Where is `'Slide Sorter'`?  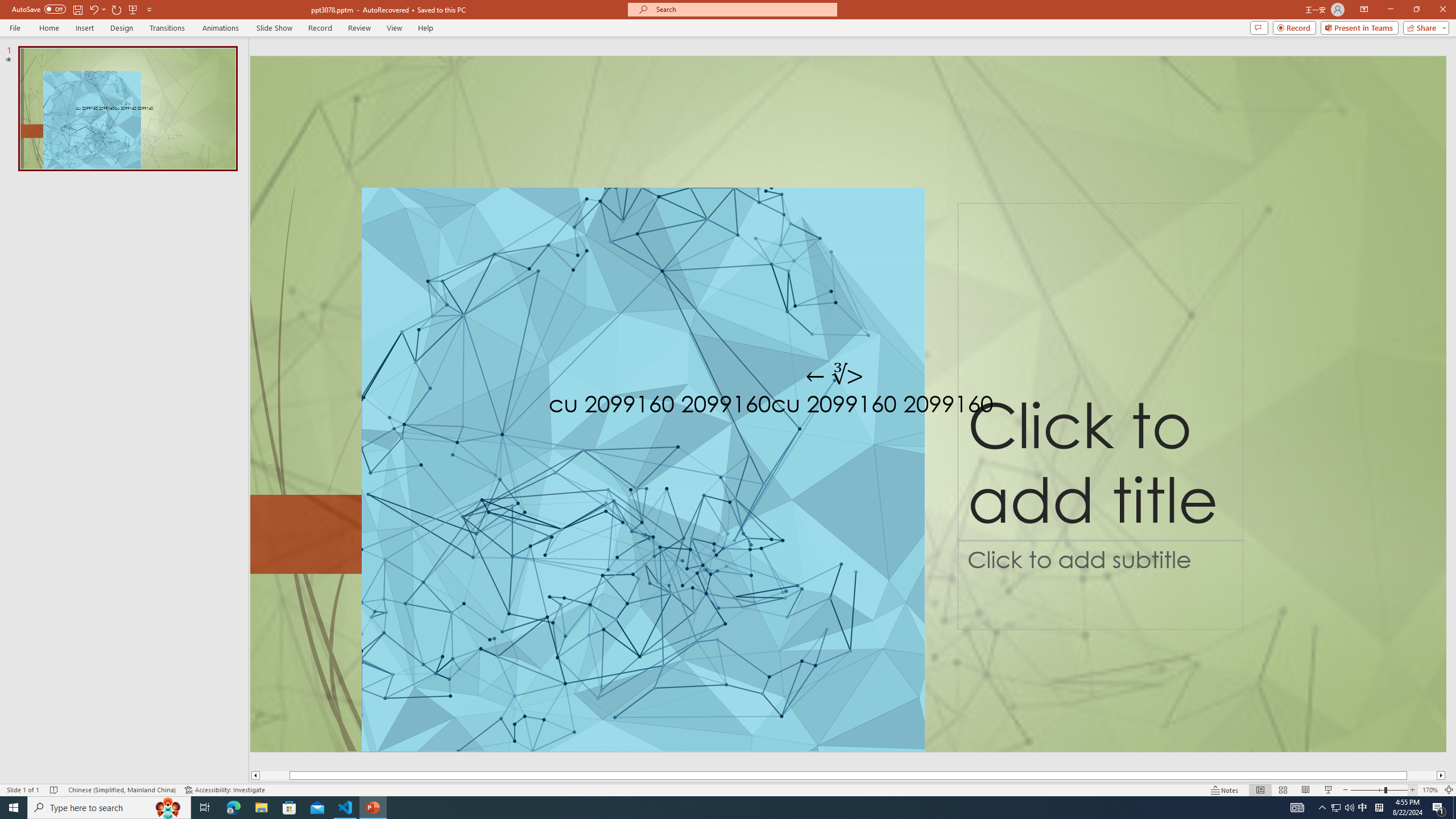 'Slide Sorter' is located at coordinates (1282, 790).